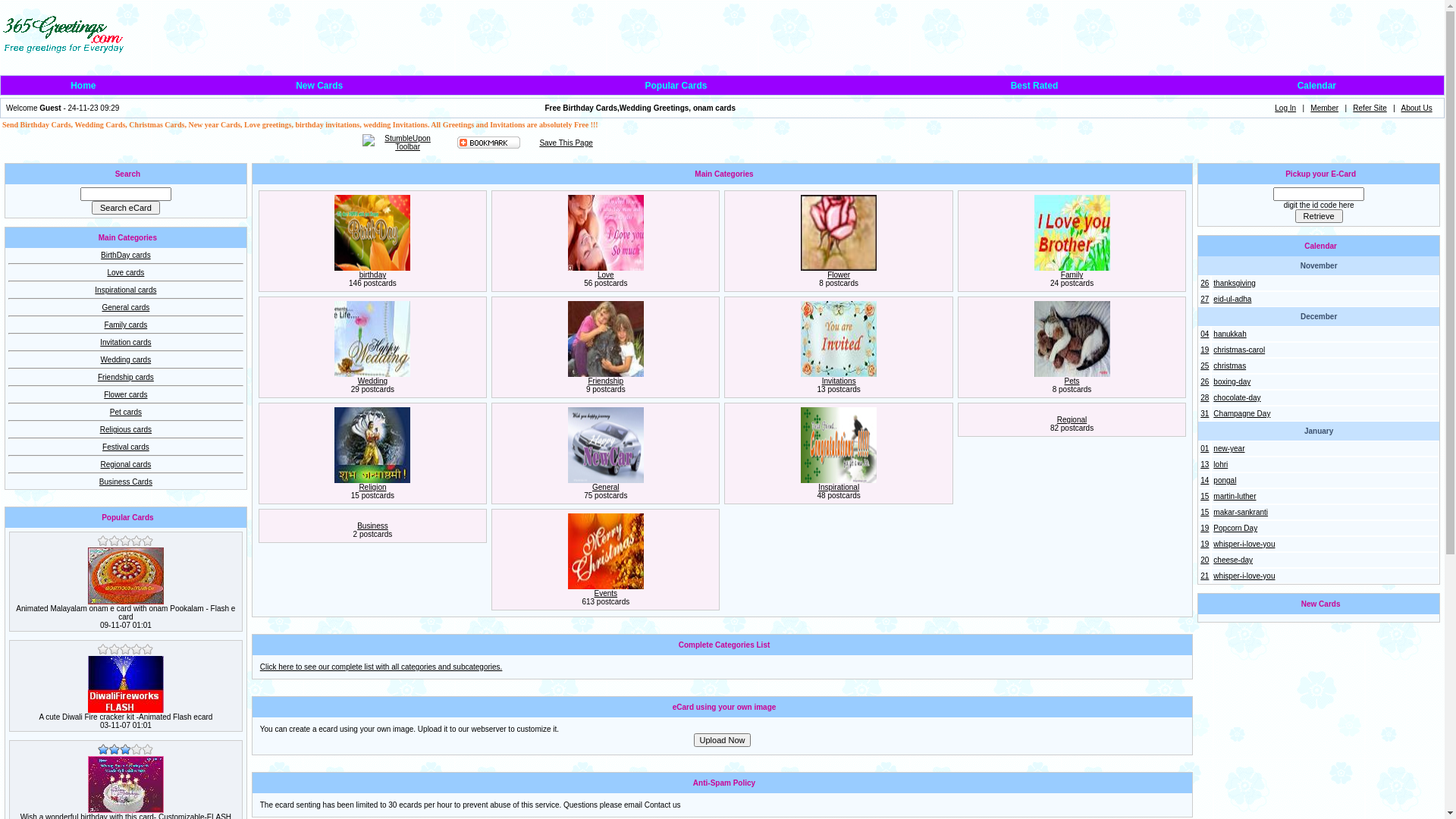 Image resolution: width=1456 pixels, height=819 pixels. Describe the element at coordinates (1234, 283) in the screenshot. I see `'thanksgiving'` at that location.